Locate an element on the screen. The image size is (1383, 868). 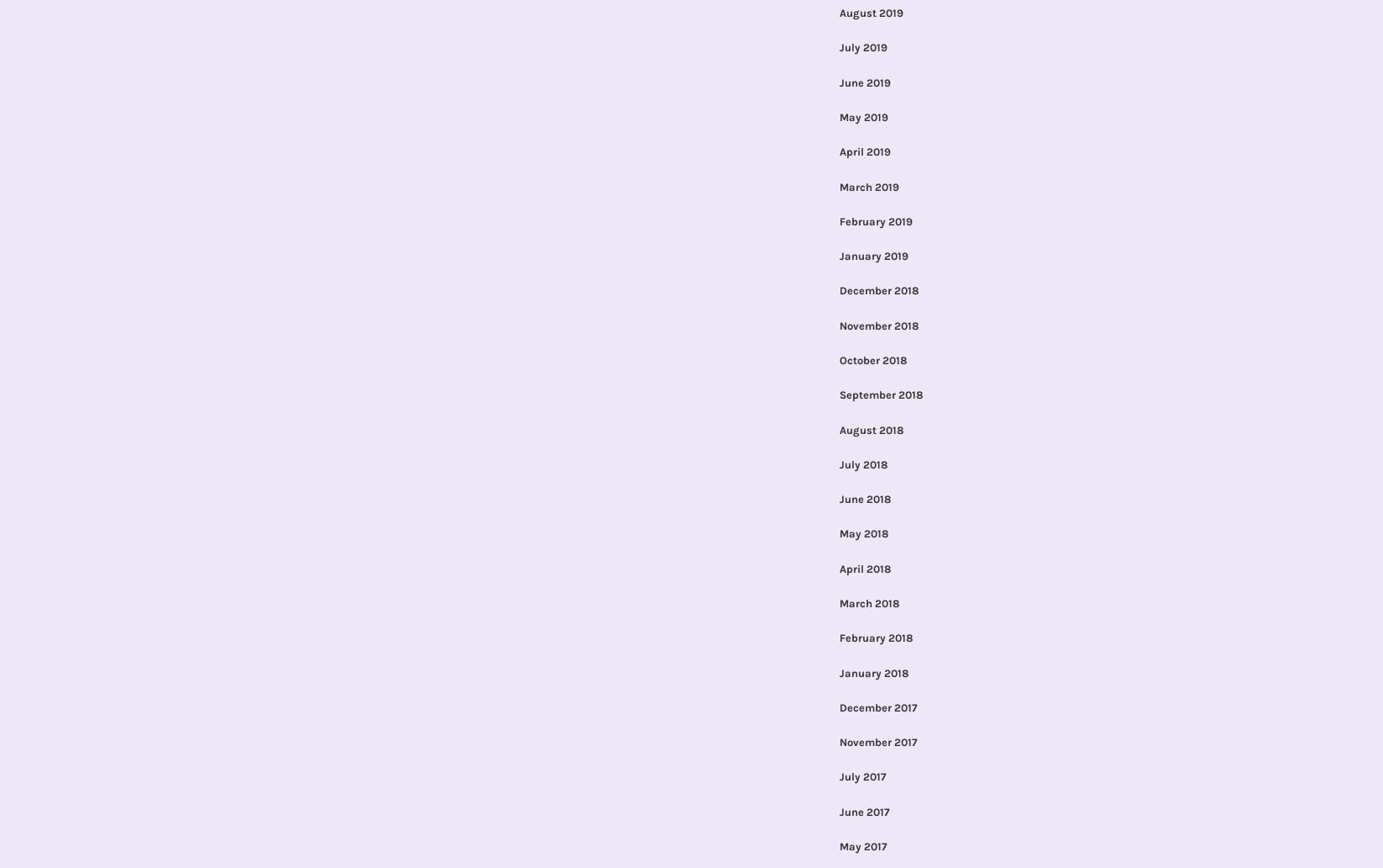
'February 2019' is located at coordinates (875, 220).